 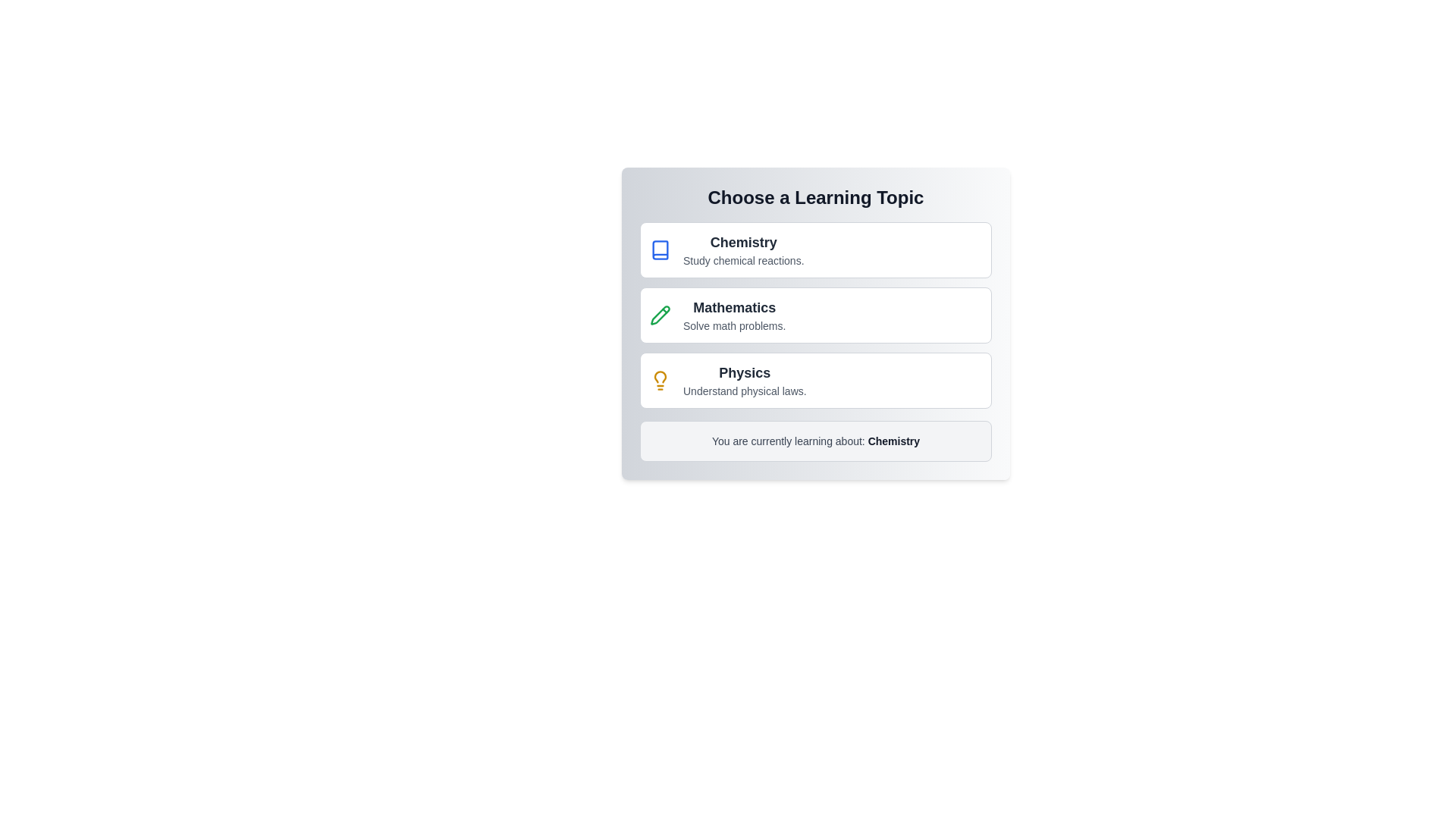 What do you see at coordinates (660, 249) in the screenshot?
I see `the 'Chemistry' topic icon located at the top left side of the first option in the vertical list of learning topics` at bounding box center [660, 249].